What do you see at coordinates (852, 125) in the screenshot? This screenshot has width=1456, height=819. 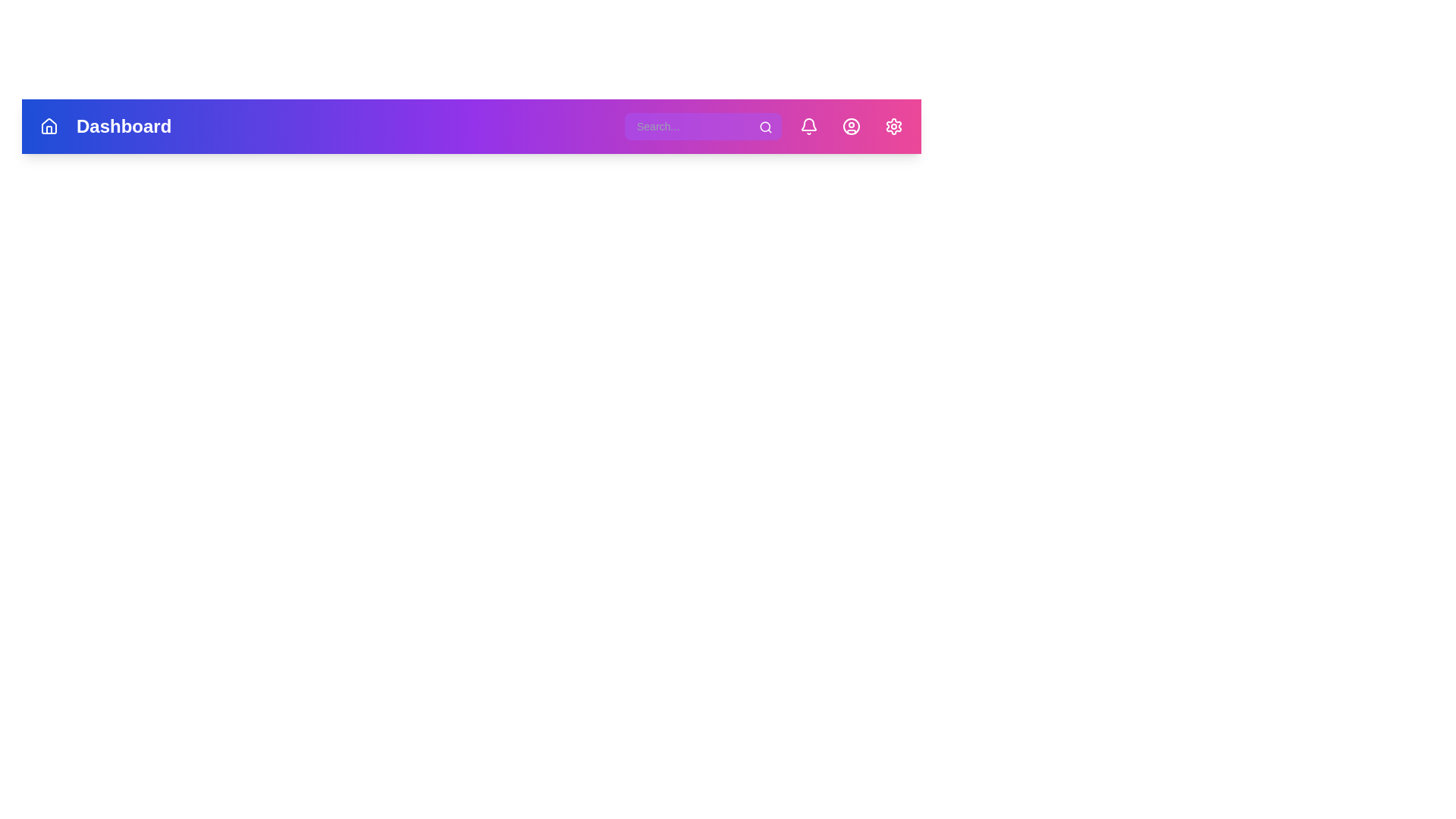 I see `the User Profile button to access user settings` at bounding box center [852, 125].